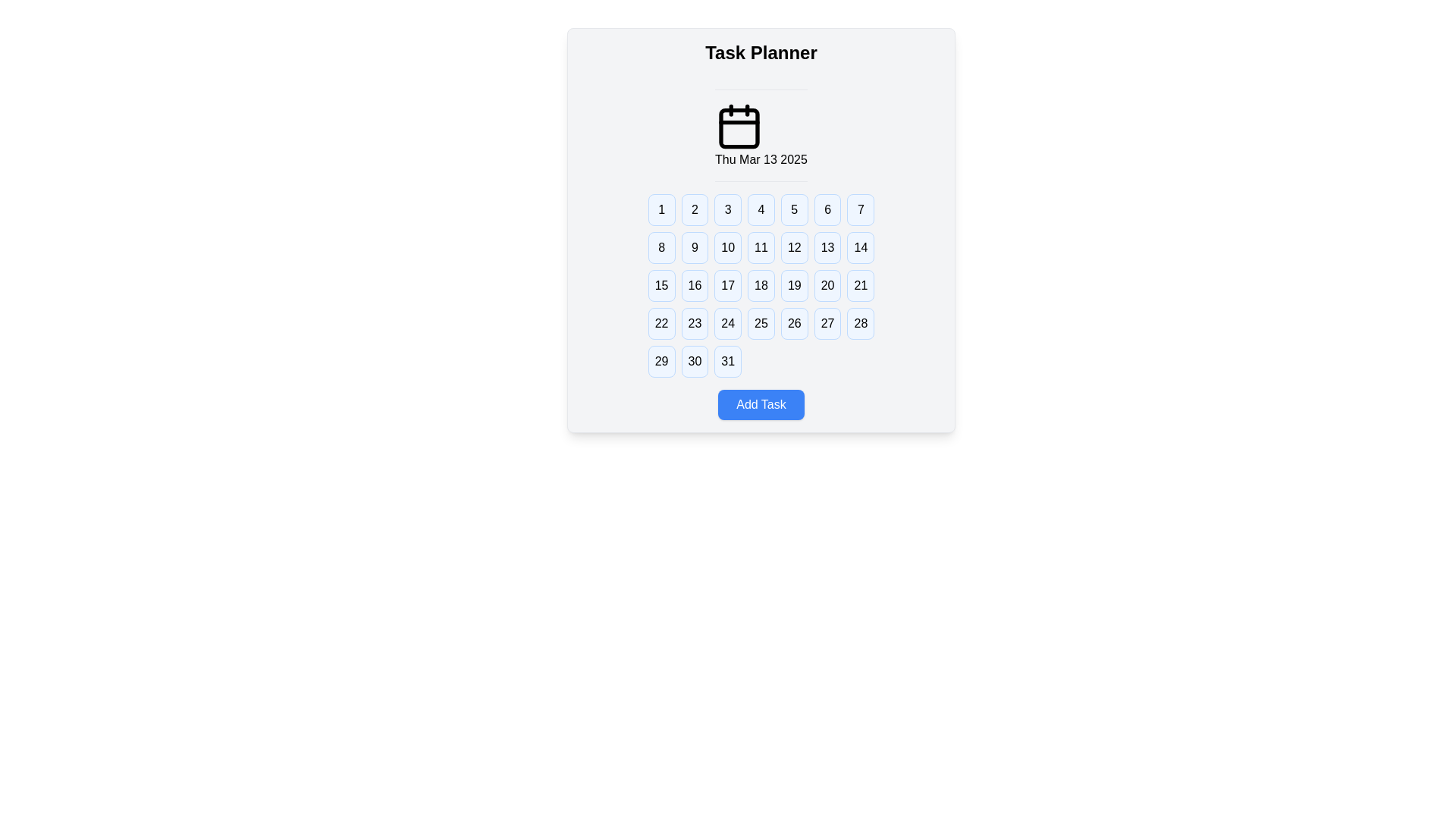 This screenshot has width=1456, height=819. Describe the element at coordinates (694, 210) in the screenshot. I see `the light blue button displaying the number '2' in the calendar grid layout` at that location.